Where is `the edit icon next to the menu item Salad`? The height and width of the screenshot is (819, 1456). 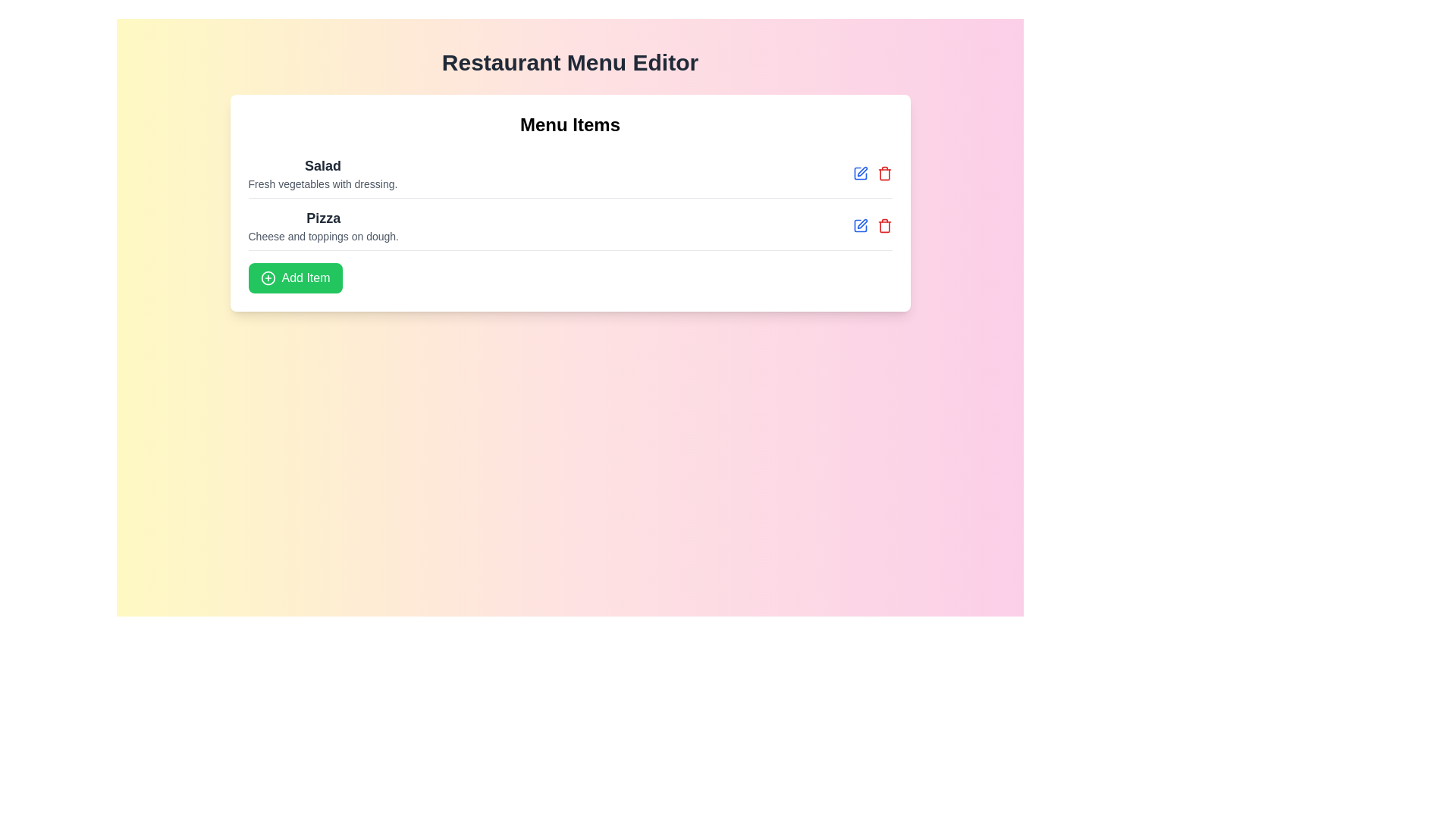
the edit icon next to the menu item Salad is located at coordinates (860, 172).